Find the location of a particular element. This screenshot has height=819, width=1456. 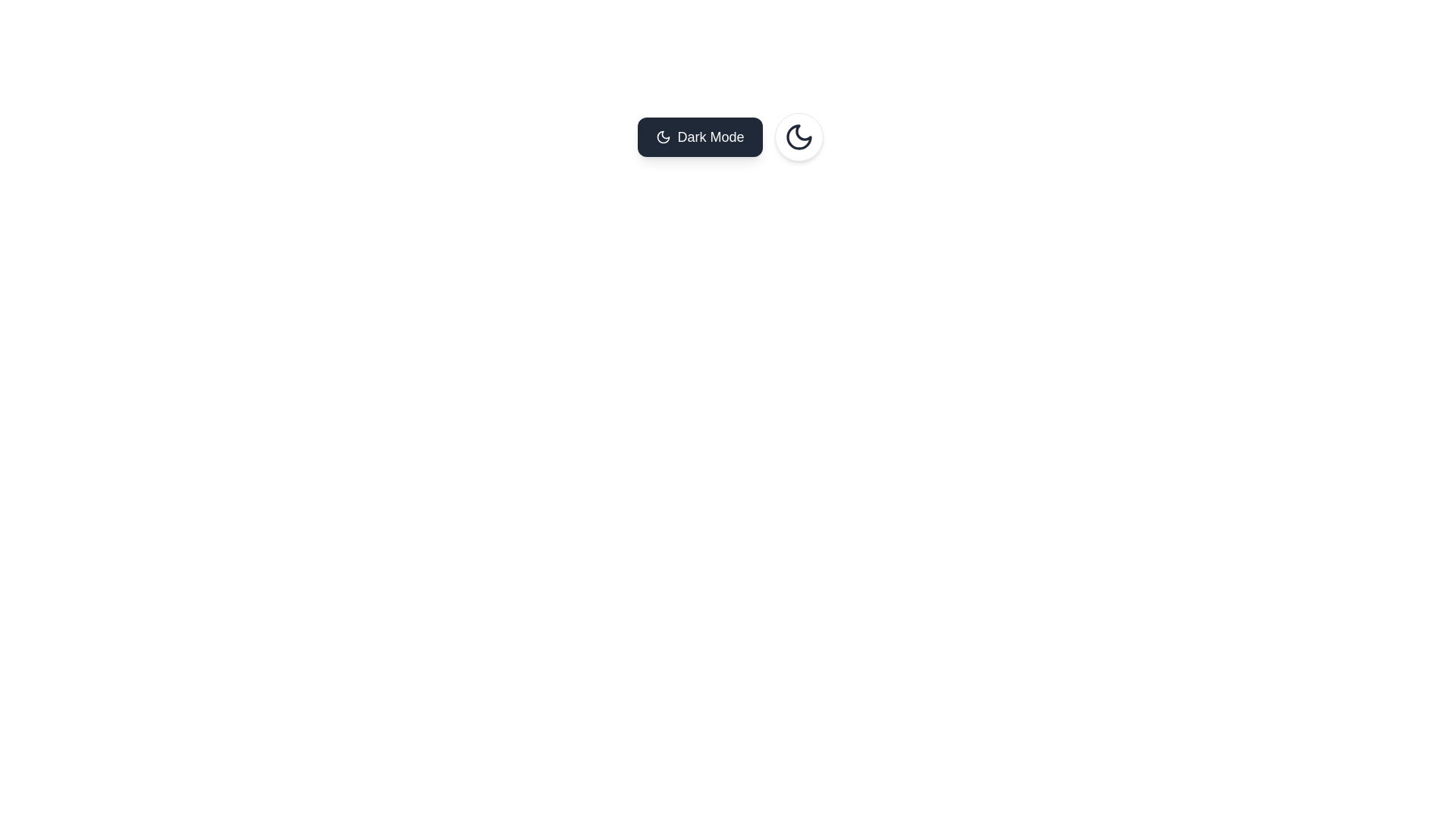

the decorative icon representing the 'Dark Mode' functionality, located to the left of the 'Dark Mode' text in the upper-central button is located at coordinates (664, 137).